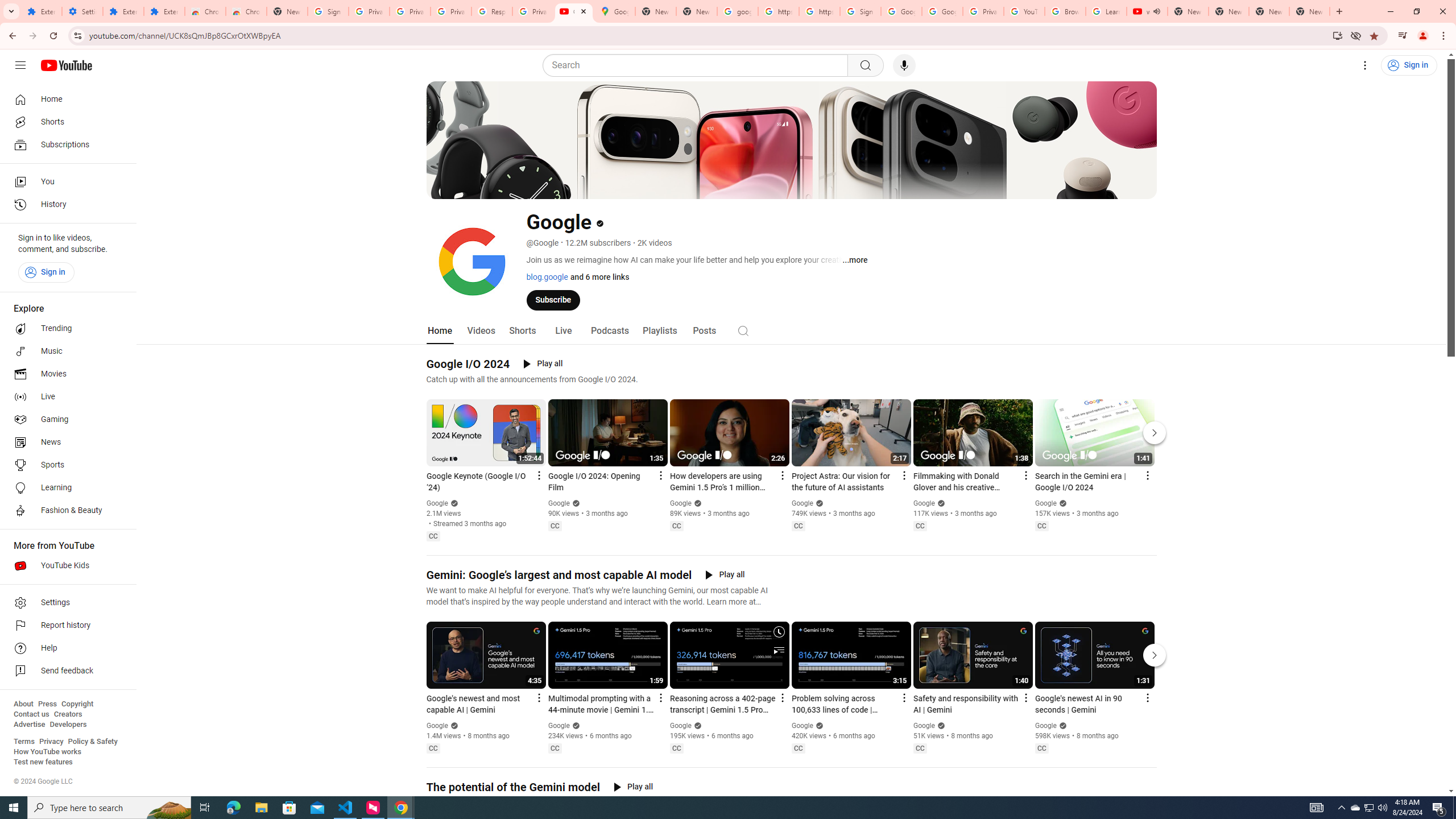 Image resolution: width=1456 pixels, height=819 pixels. What do you see at coordinates (64, 419) in the screenshot?
I see `'Gaming'` at bounding box center [64, 419].